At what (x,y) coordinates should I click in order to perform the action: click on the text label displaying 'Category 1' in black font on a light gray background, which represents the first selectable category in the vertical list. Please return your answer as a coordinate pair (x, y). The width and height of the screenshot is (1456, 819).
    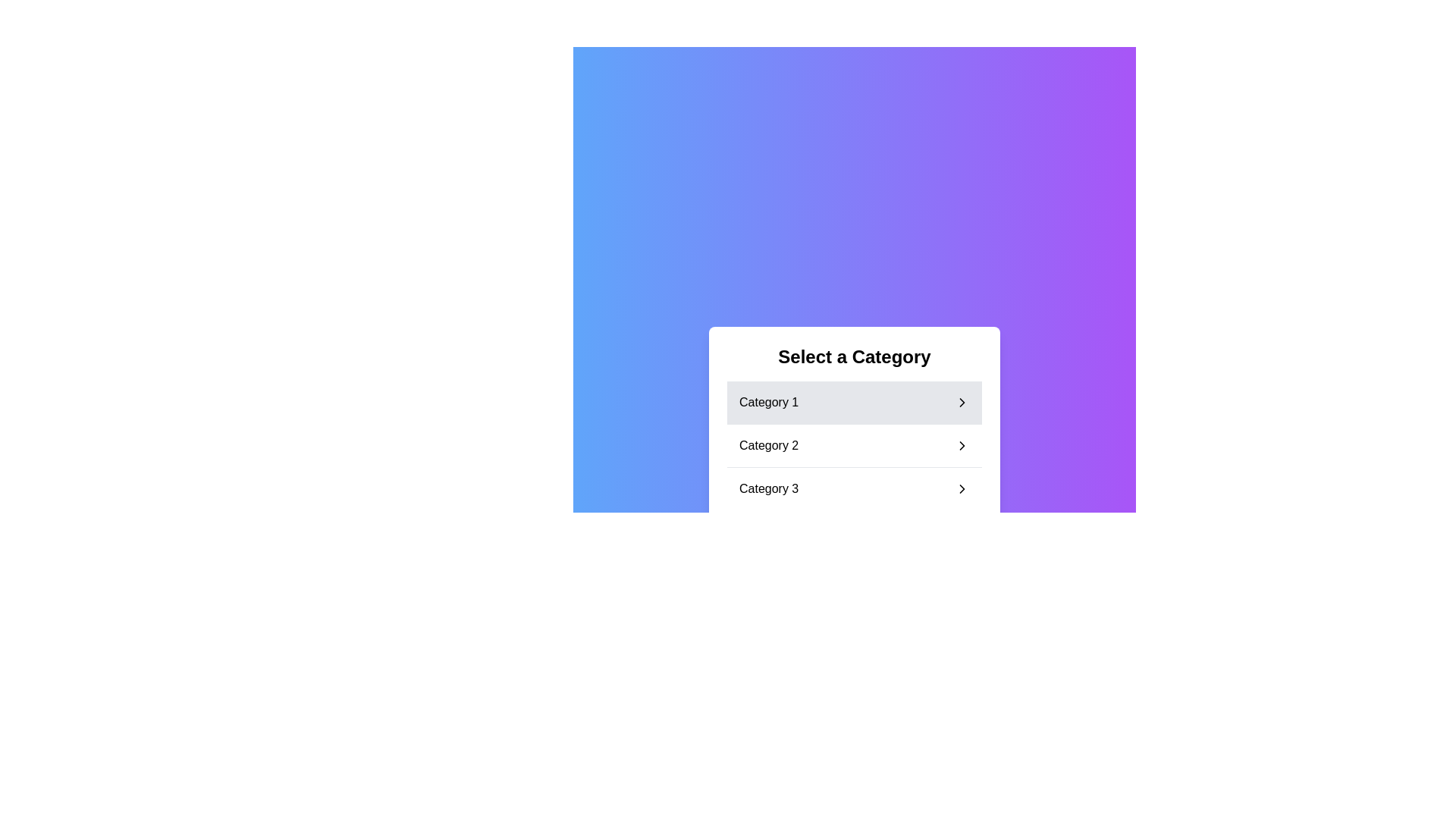
    Looking at the image, I should click on (769, 402).